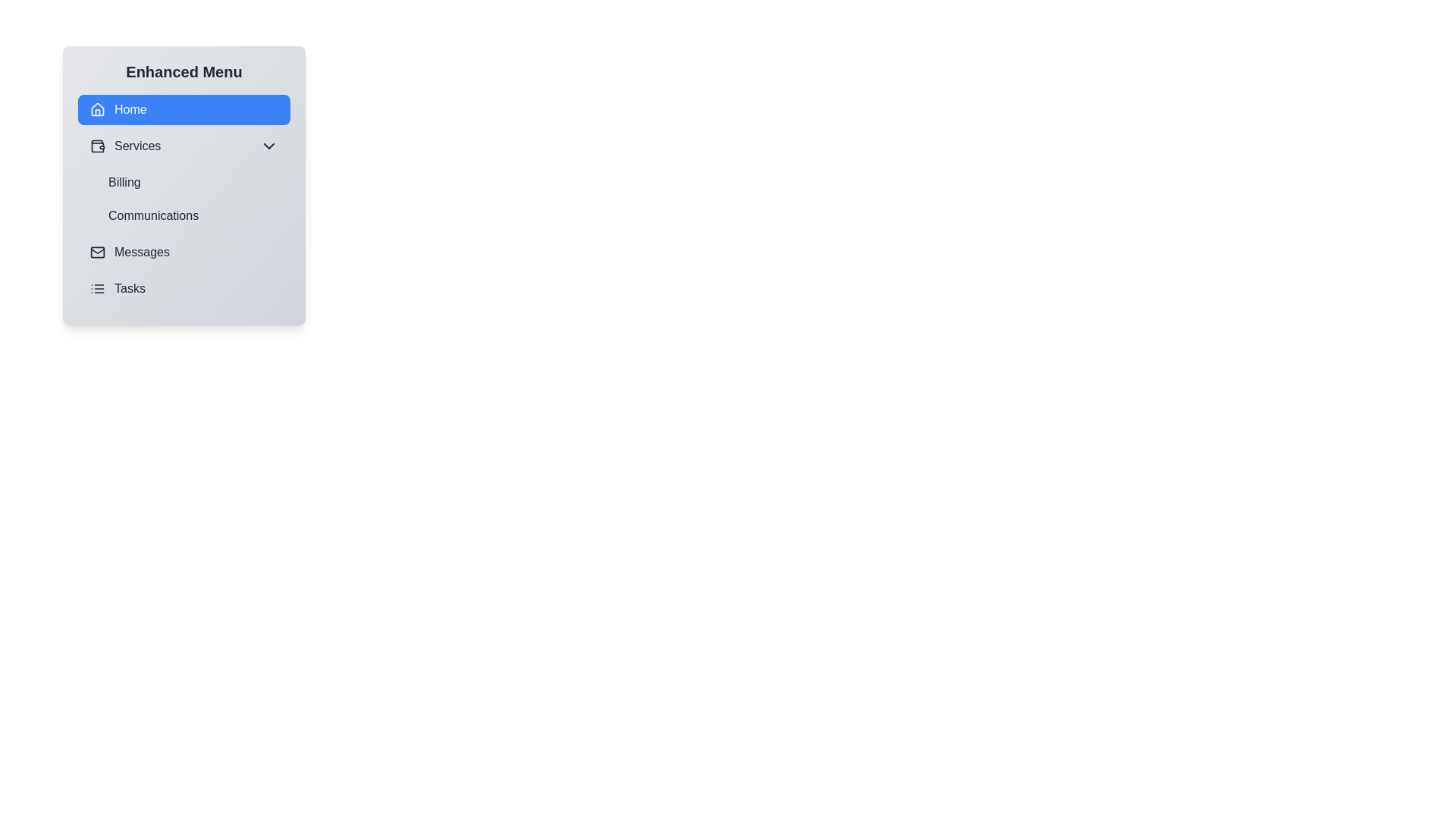 The height and width of the screenshot is (819, 1456). I want to click on the 'Home' button with a light blue background and a white house icon, located under the 'Enhanced Menu' header, so click(184, 109).